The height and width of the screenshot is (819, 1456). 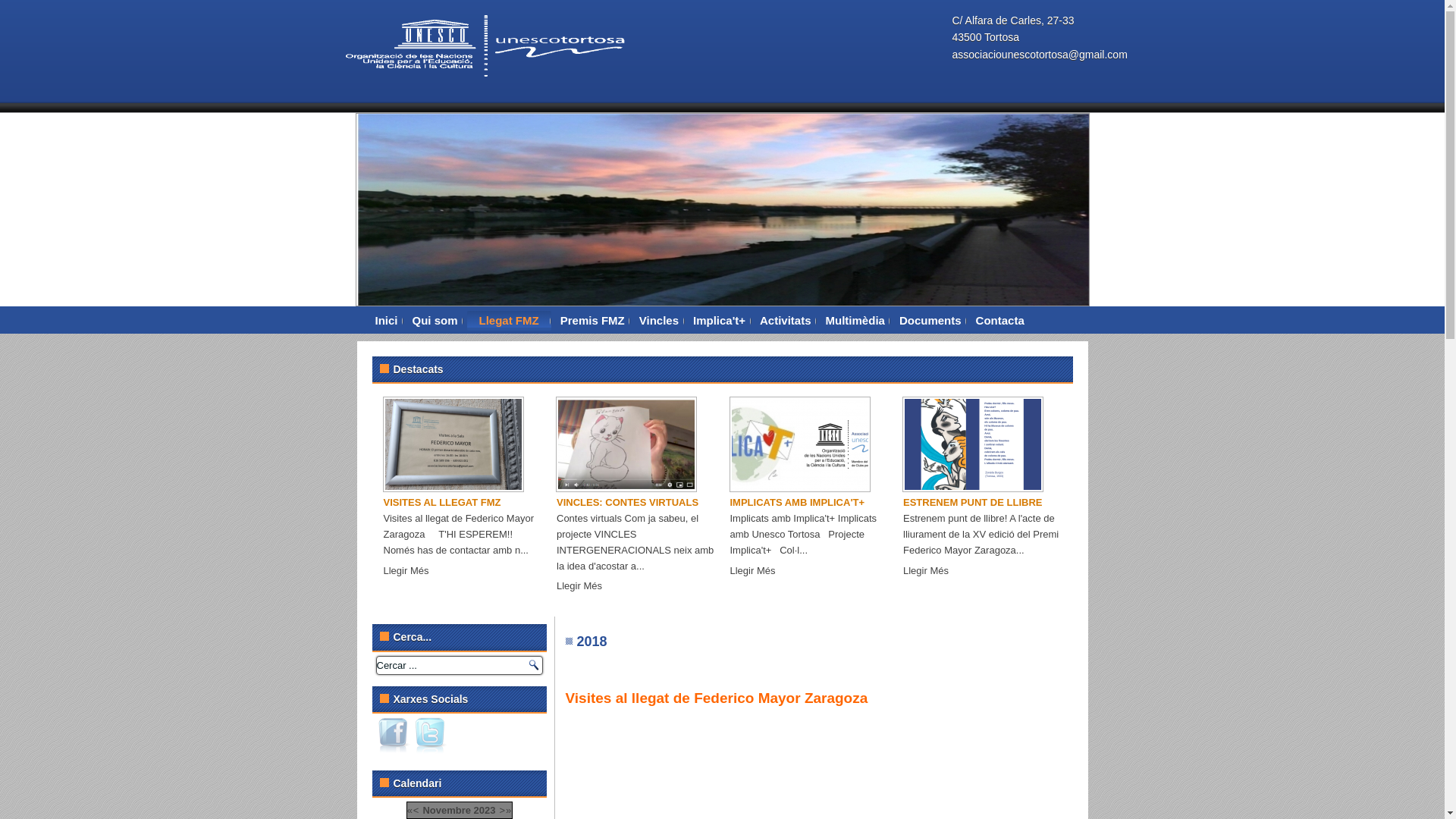 What do you see at coordinates (718, 320) in the screenshot?
I see `'Implica't+'` at bounding box center [718, 320].